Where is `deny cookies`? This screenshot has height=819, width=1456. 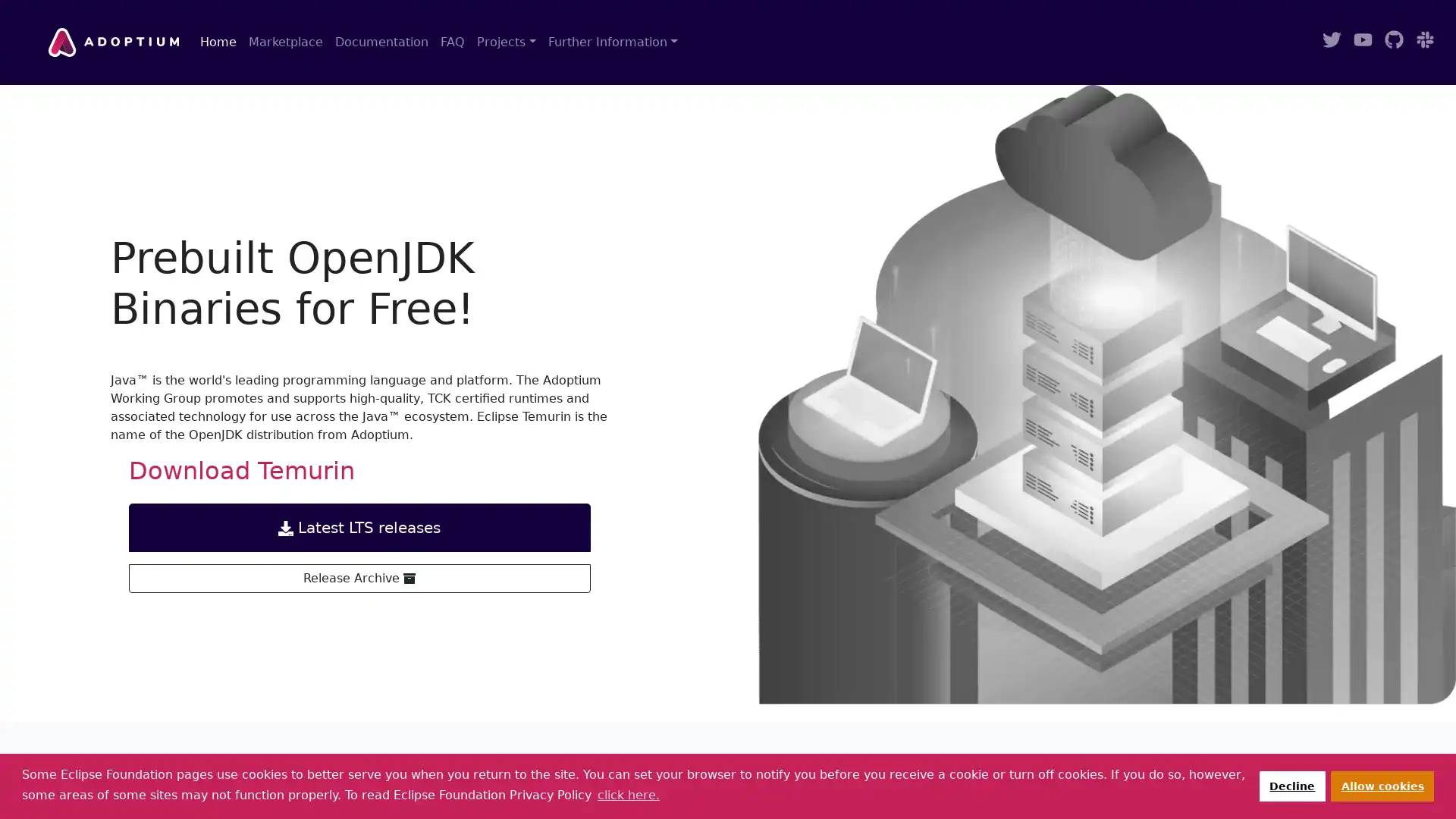 deny cookies is located at coordinates (1291, 785).